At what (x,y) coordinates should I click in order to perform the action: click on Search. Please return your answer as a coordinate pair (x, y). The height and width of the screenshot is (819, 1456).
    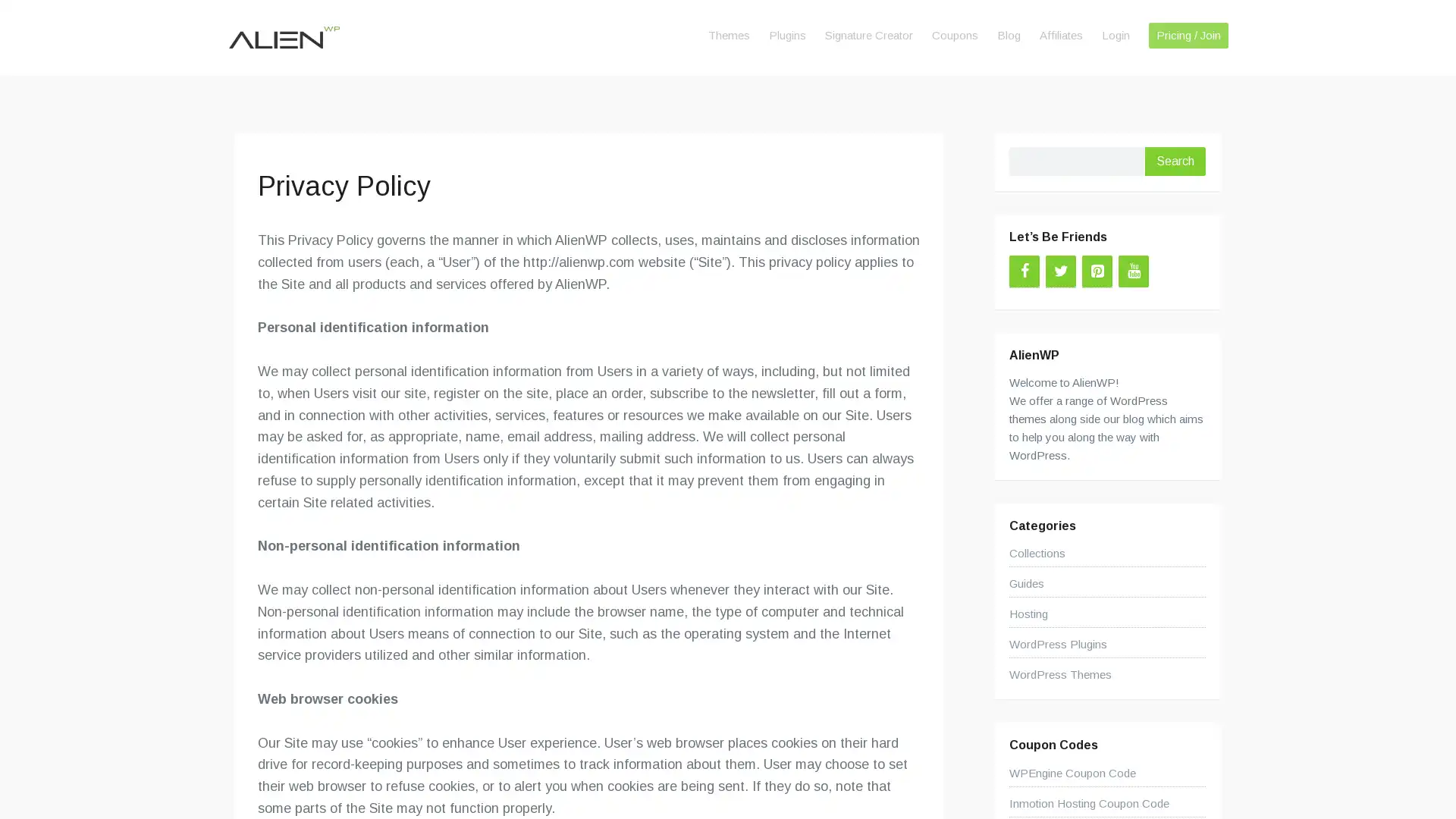
    Looking at the image, I should click on (1175, 161).